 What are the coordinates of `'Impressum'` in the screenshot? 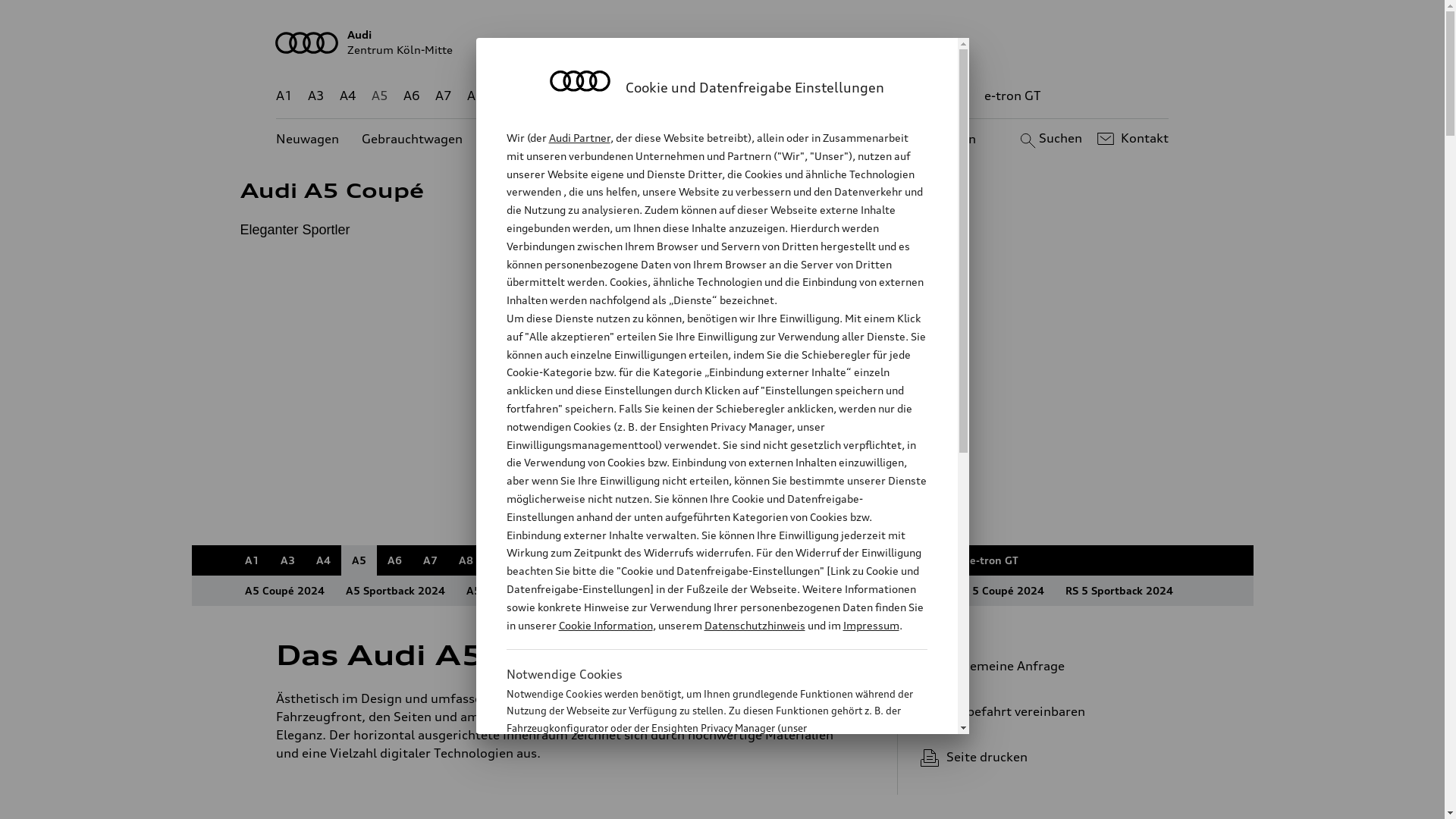 It's located at (871, 625).